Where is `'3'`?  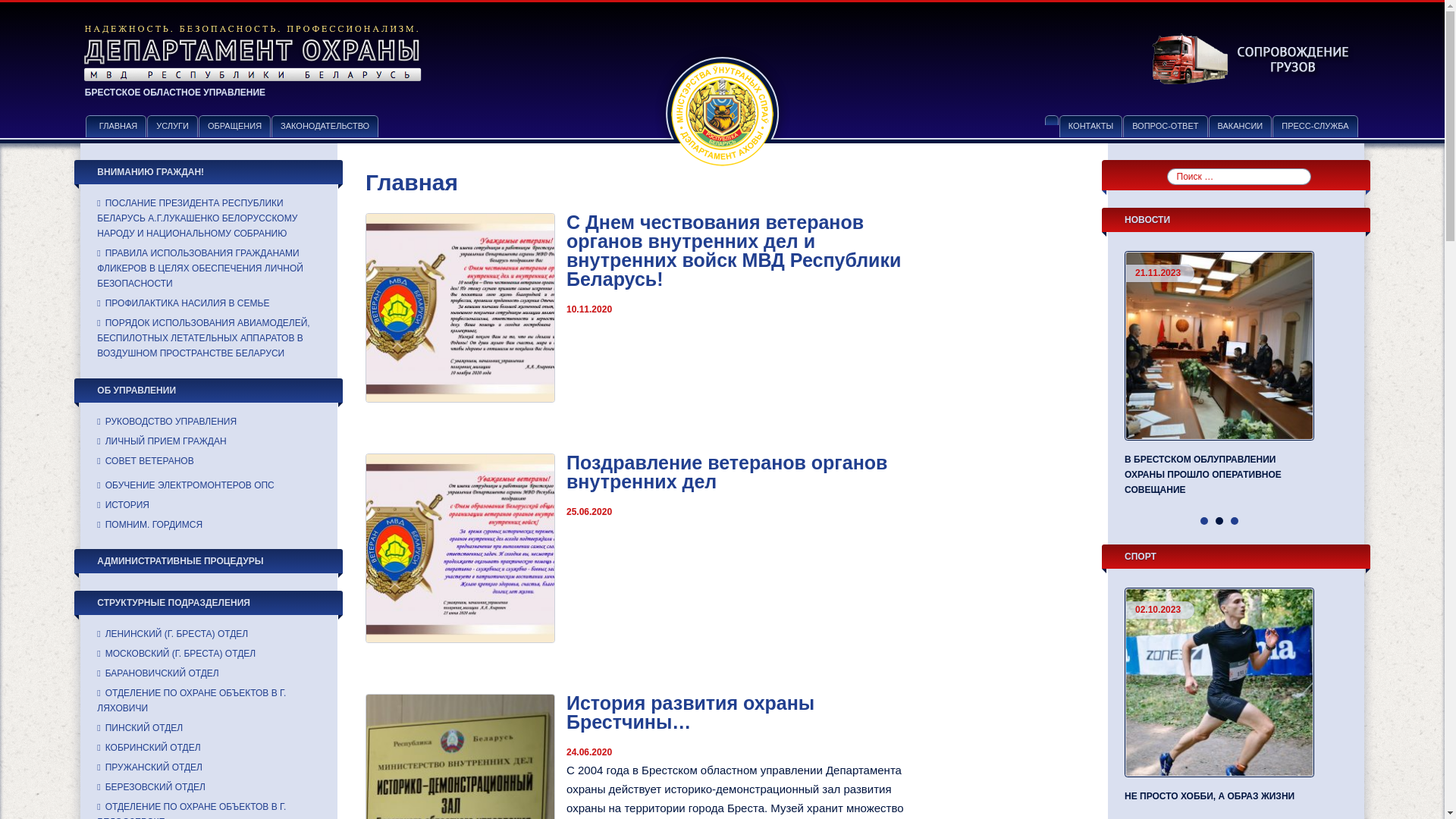 '3' is located at coordinates (1234, 519).